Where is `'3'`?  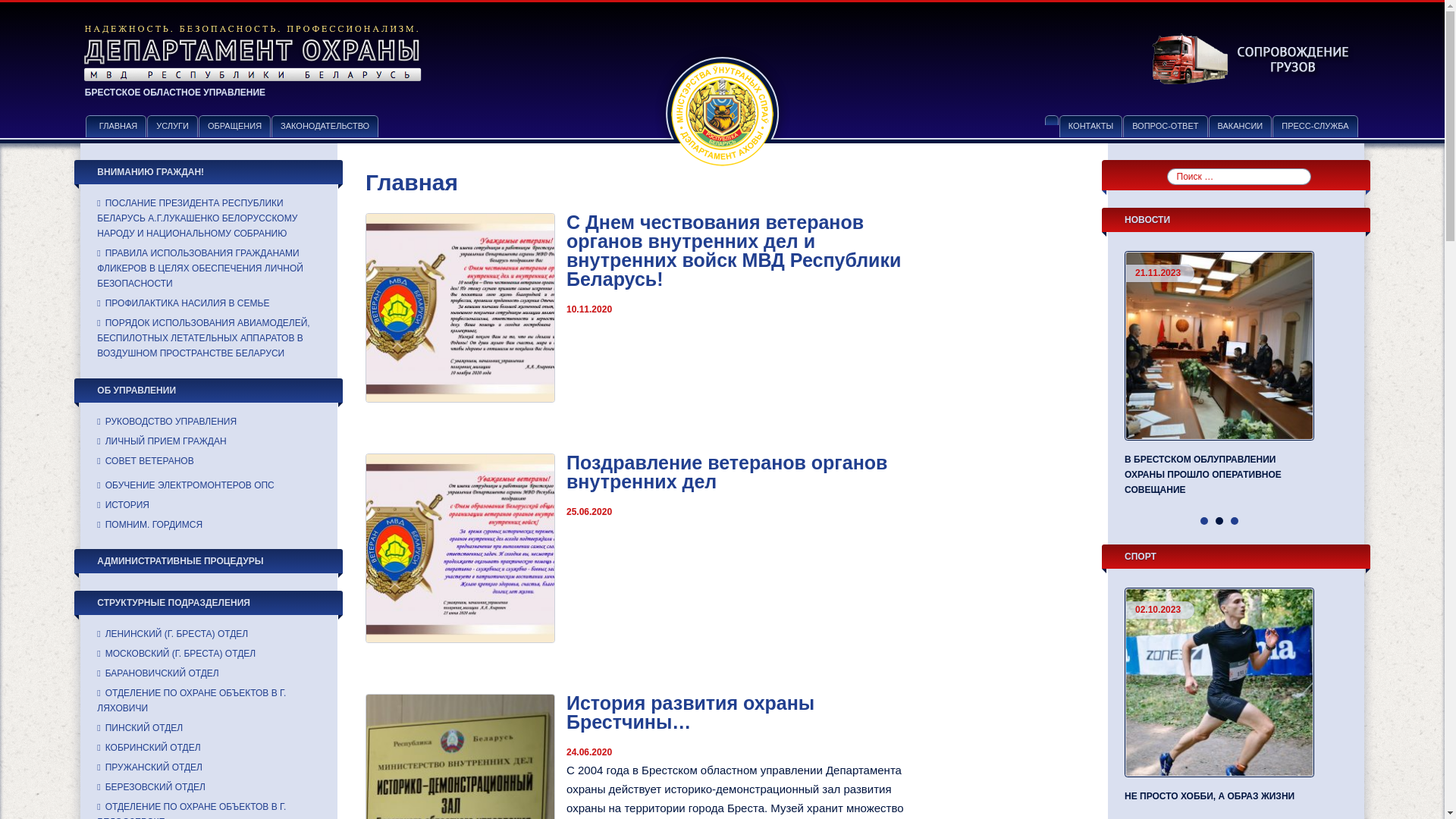 '3' is located at coordinates (1234, 519).